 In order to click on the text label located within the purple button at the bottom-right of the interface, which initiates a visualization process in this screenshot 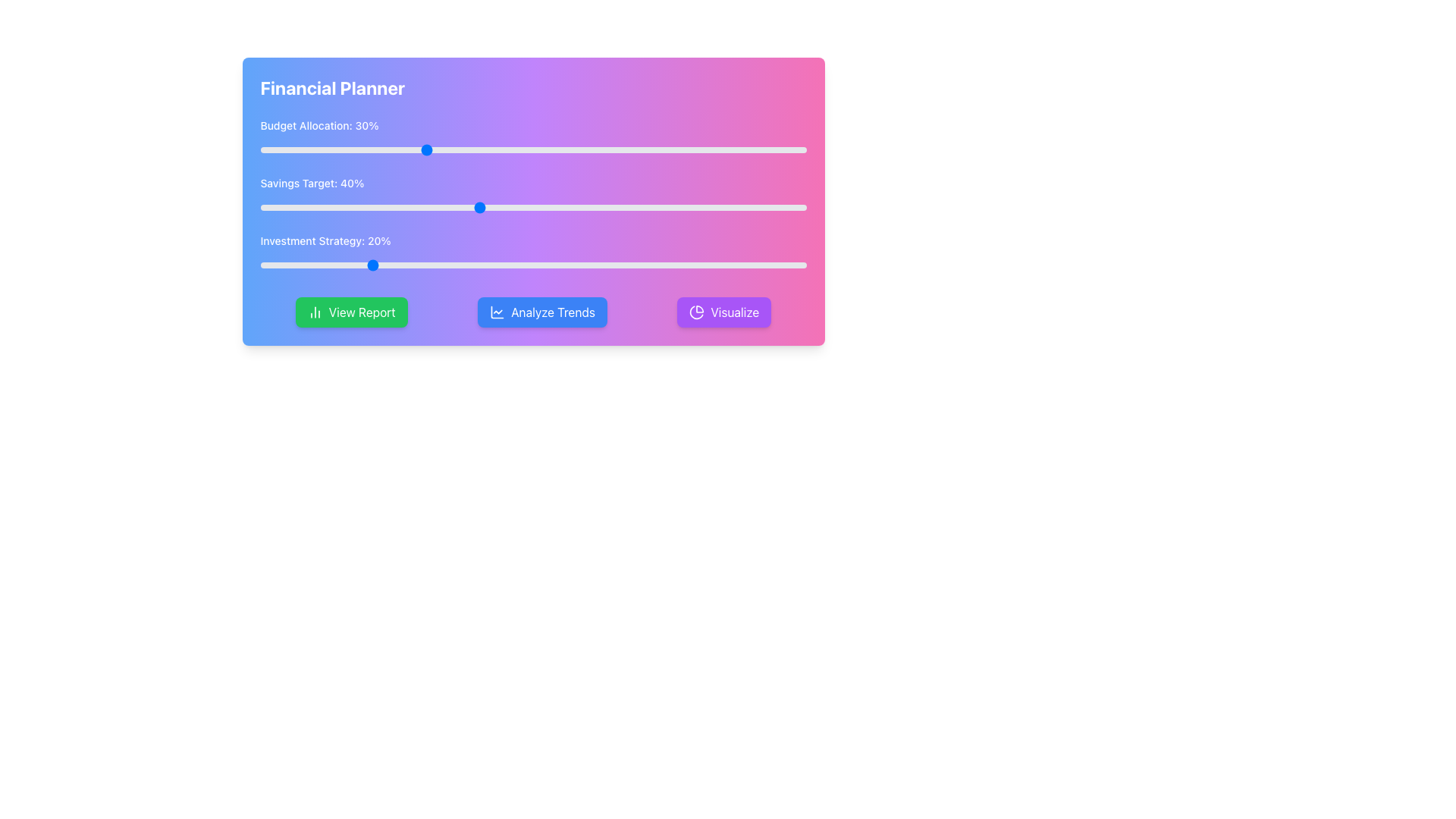, I will do `click(735, 312)`.